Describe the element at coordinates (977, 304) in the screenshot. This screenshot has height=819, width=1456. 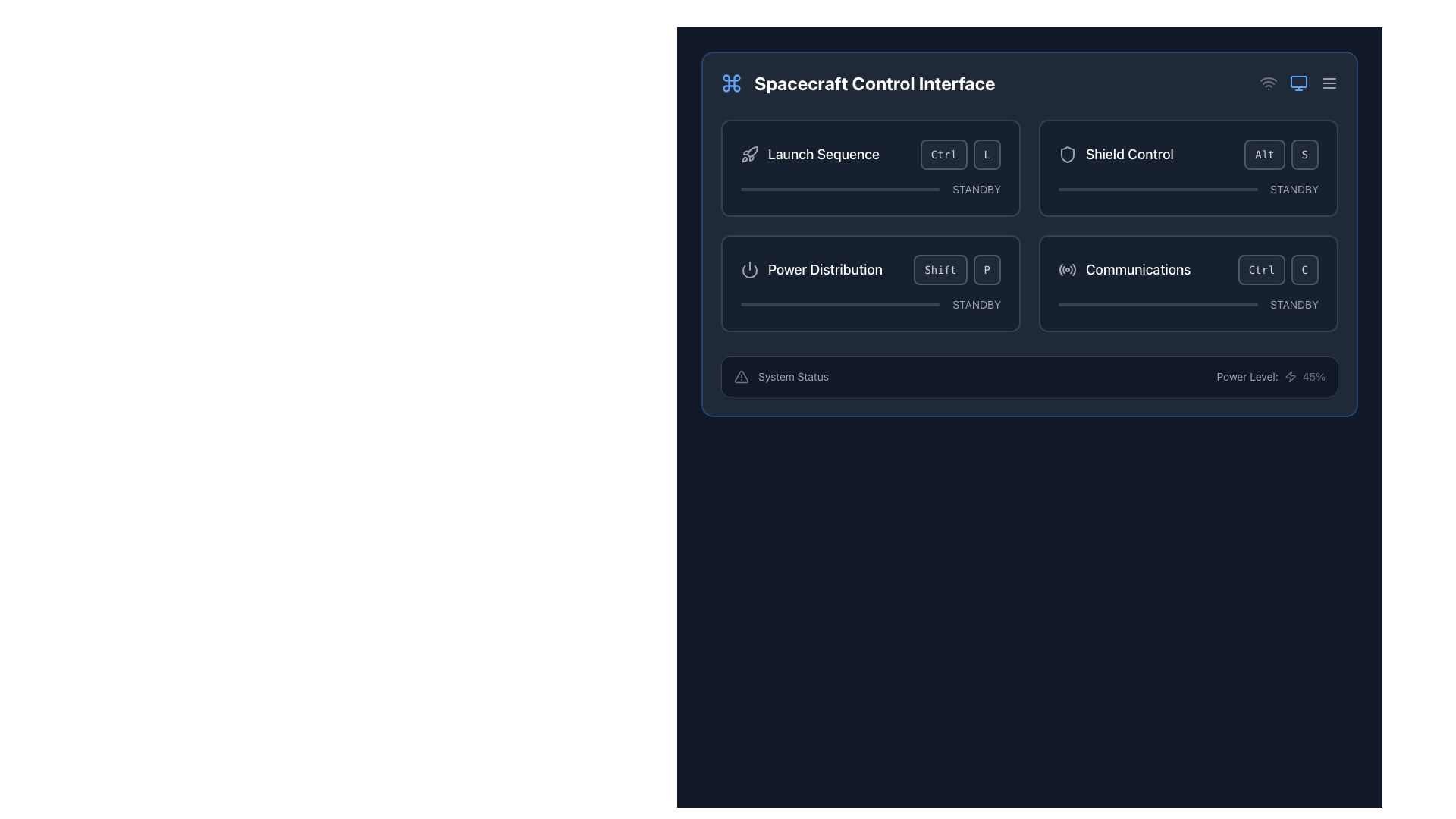
I see `the Text label displaying 'STANDBY' in gray color, located in the lower right corner of the 'Power Distribution' section, below the progress bar` at that location.